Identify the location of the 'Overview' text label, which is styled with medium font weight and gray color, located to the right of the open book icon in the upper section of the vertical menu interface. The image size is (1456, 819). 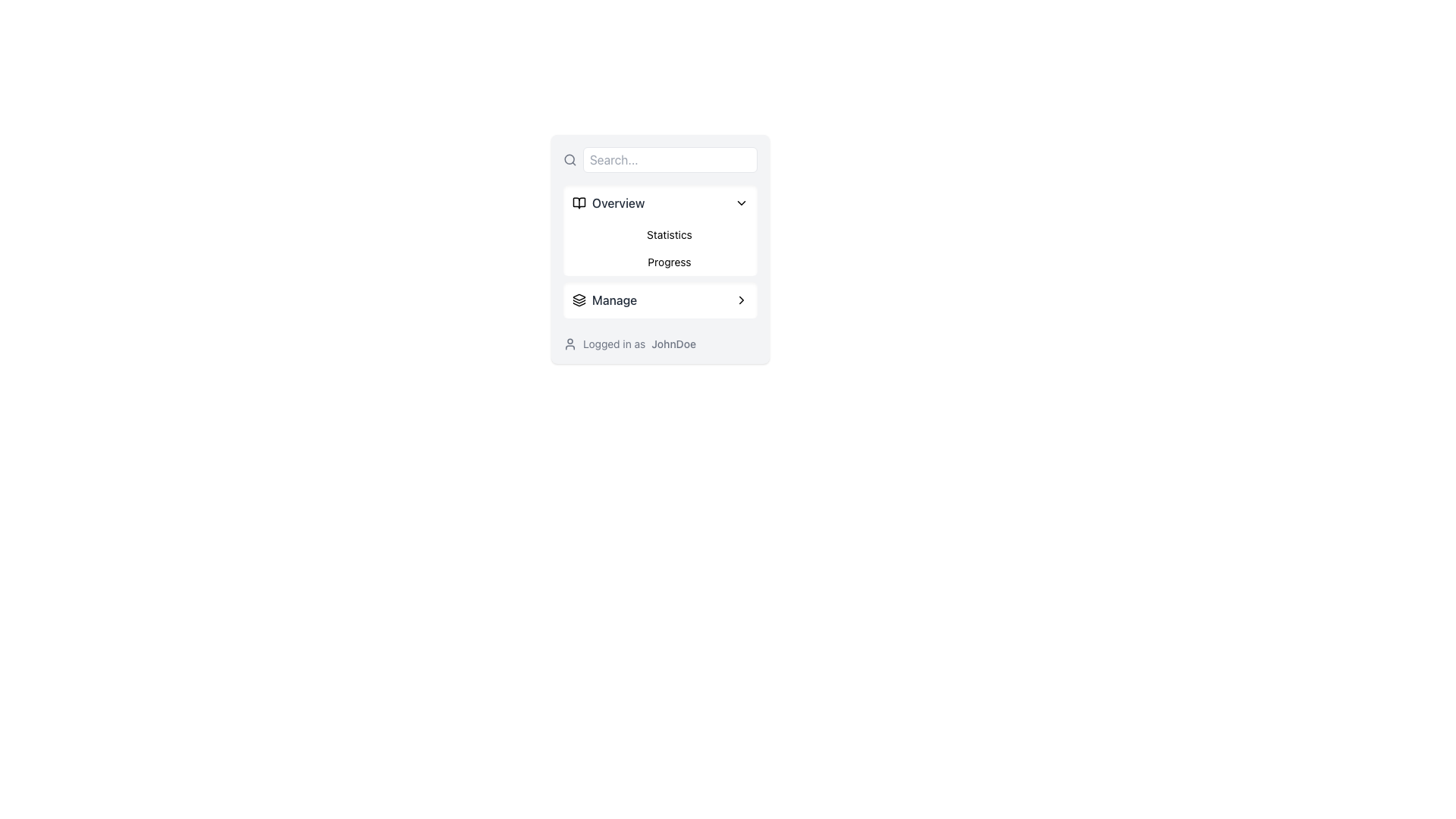
(618, 202).